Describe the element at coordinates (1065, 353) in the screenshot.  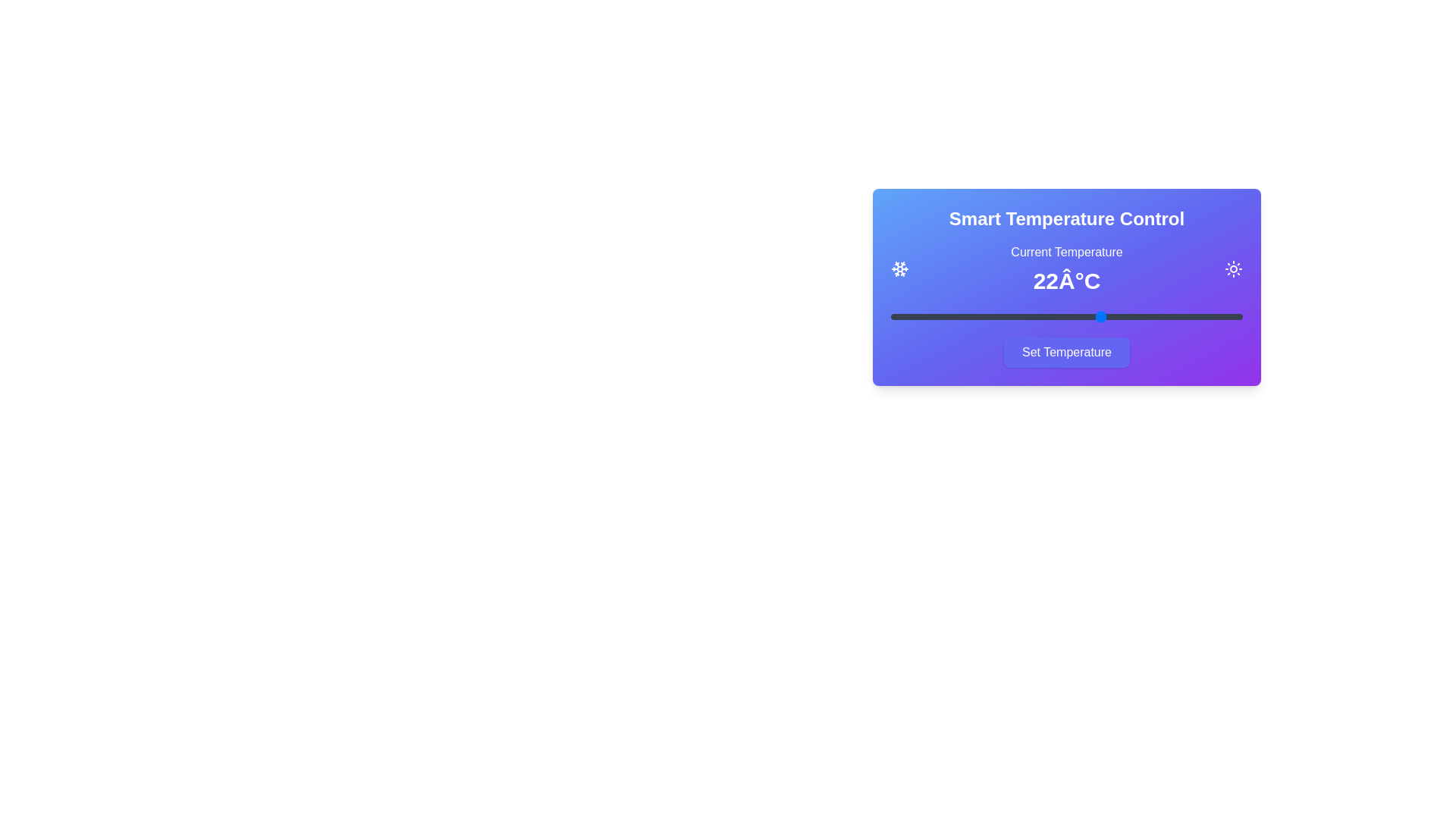
I see `the 'Set Temperature' button, which is a rectangular button with white text on a gradient blue to purple background, located at the bottom of the 'Smart Temperature Control' card` at that location.